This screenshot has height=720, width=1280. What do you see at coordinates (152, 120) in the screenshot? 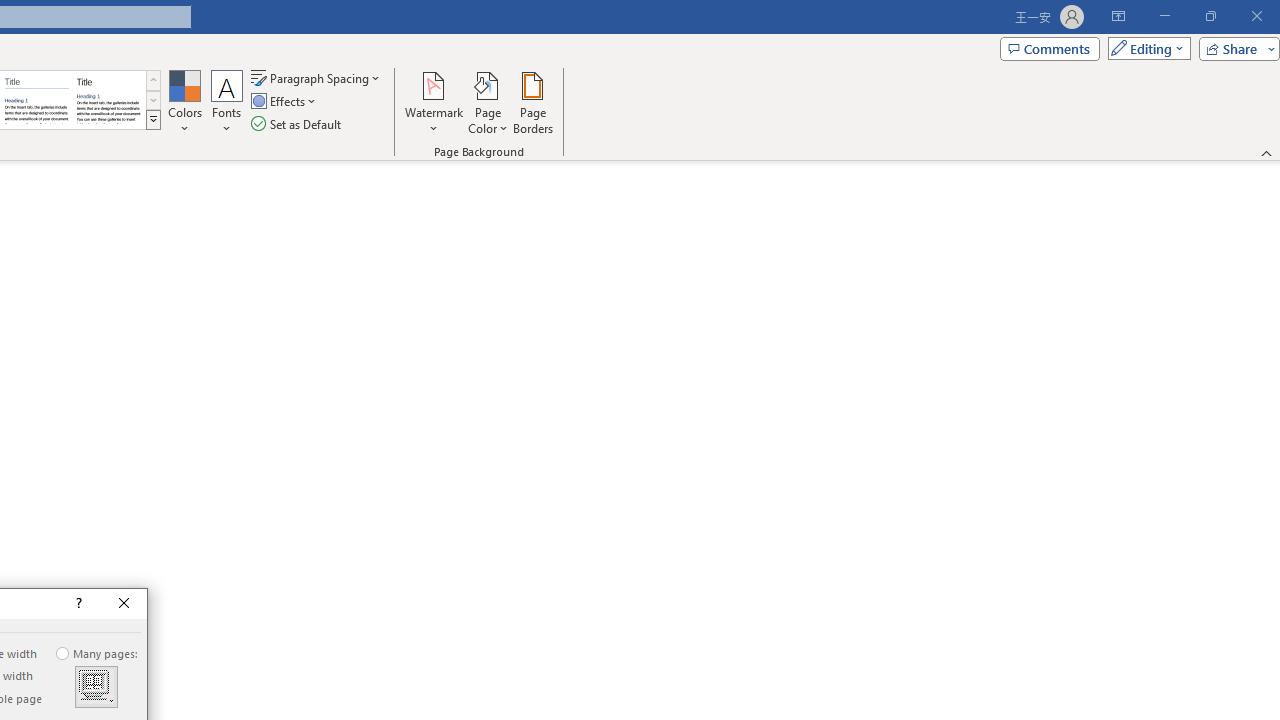
I see `'Style Set'` at bounding box center [152, 120].